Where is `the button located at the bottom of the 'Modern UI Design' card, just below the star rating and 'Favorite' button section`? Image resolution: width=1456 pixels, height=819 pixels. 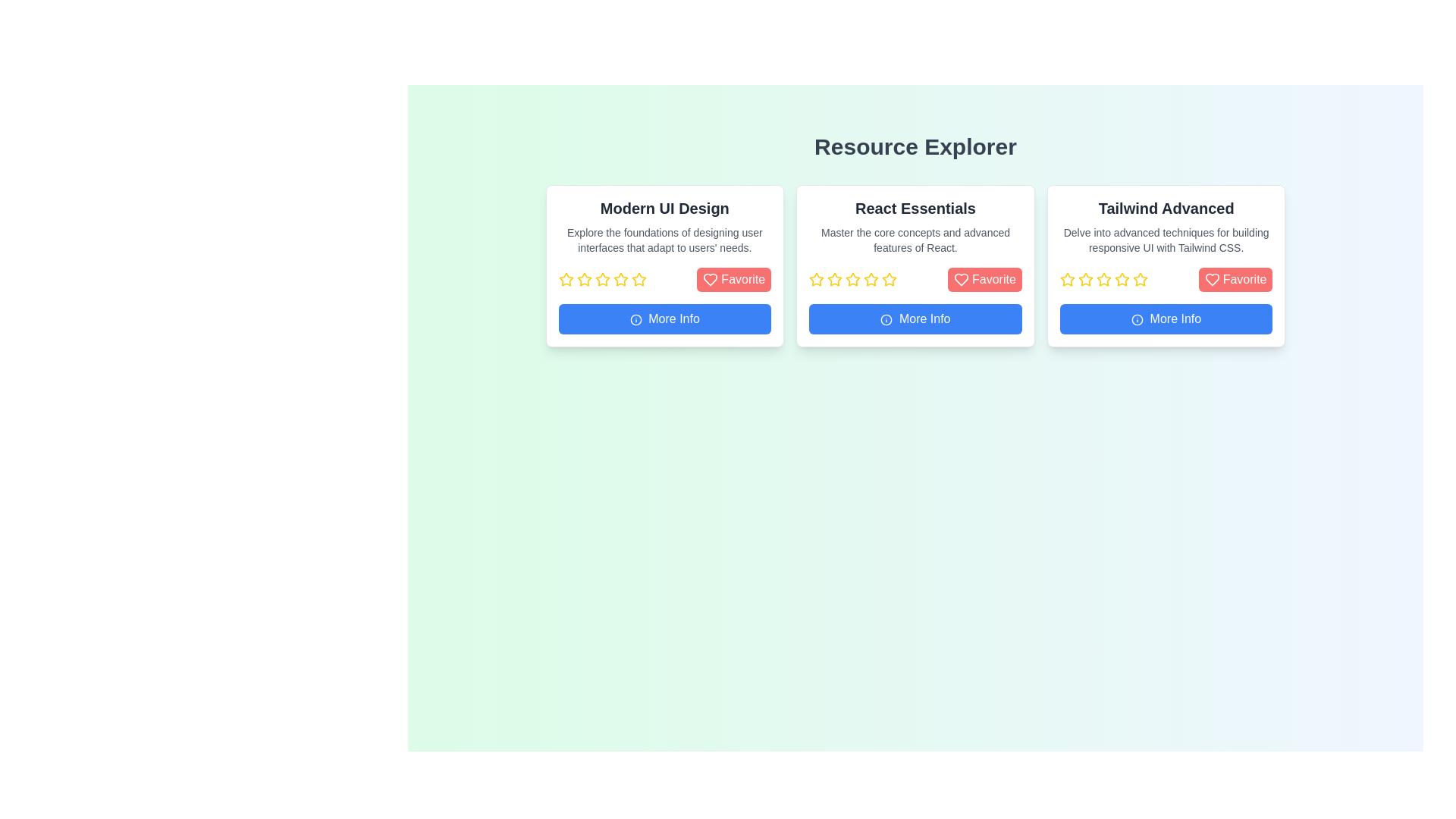
the button located at the bottom of the 'Modern UI Design' card, just below the star rating and 'Favorite' button section is located at coordinates (664, 318).